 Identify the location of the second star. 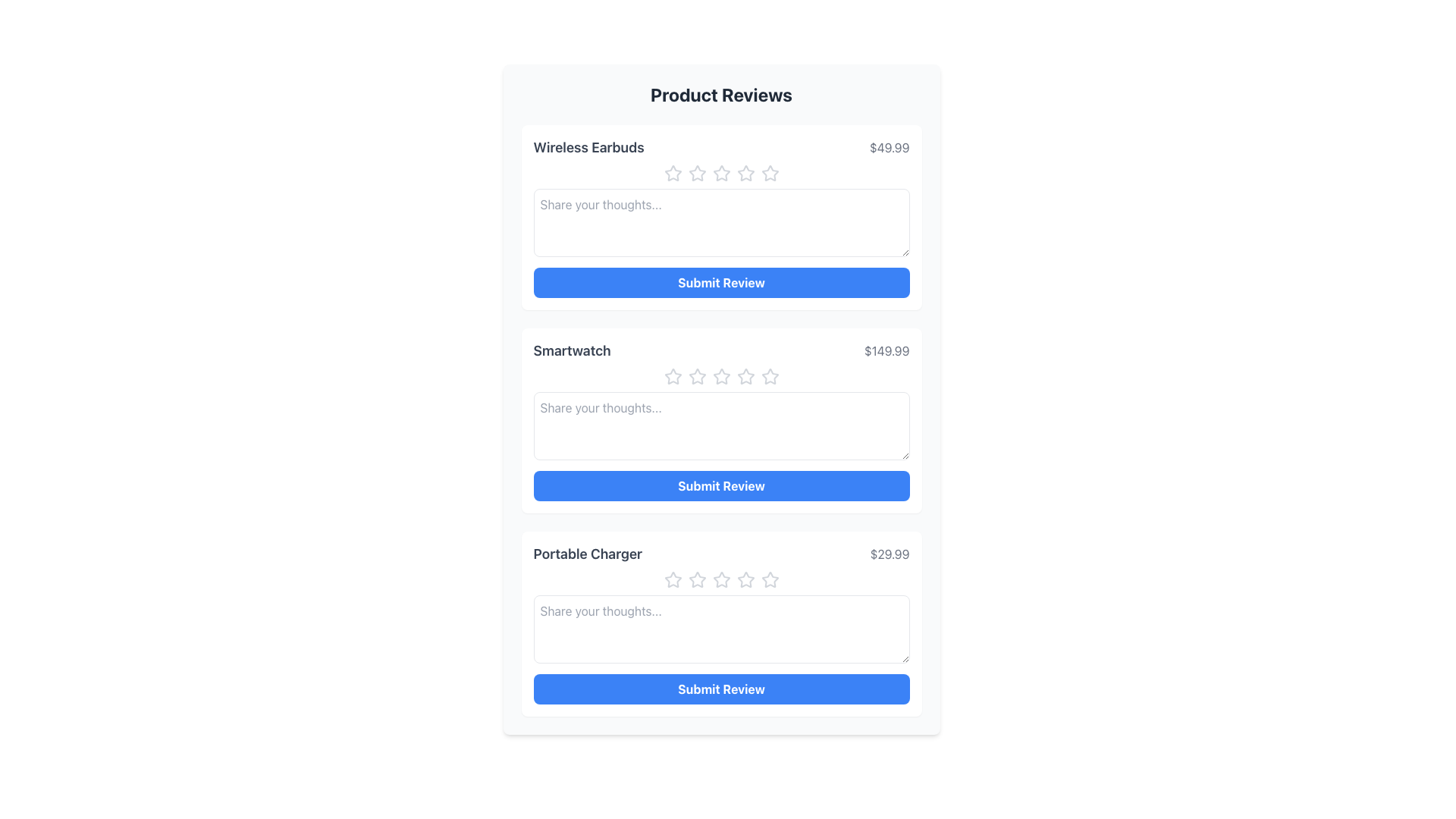
(696, 376).